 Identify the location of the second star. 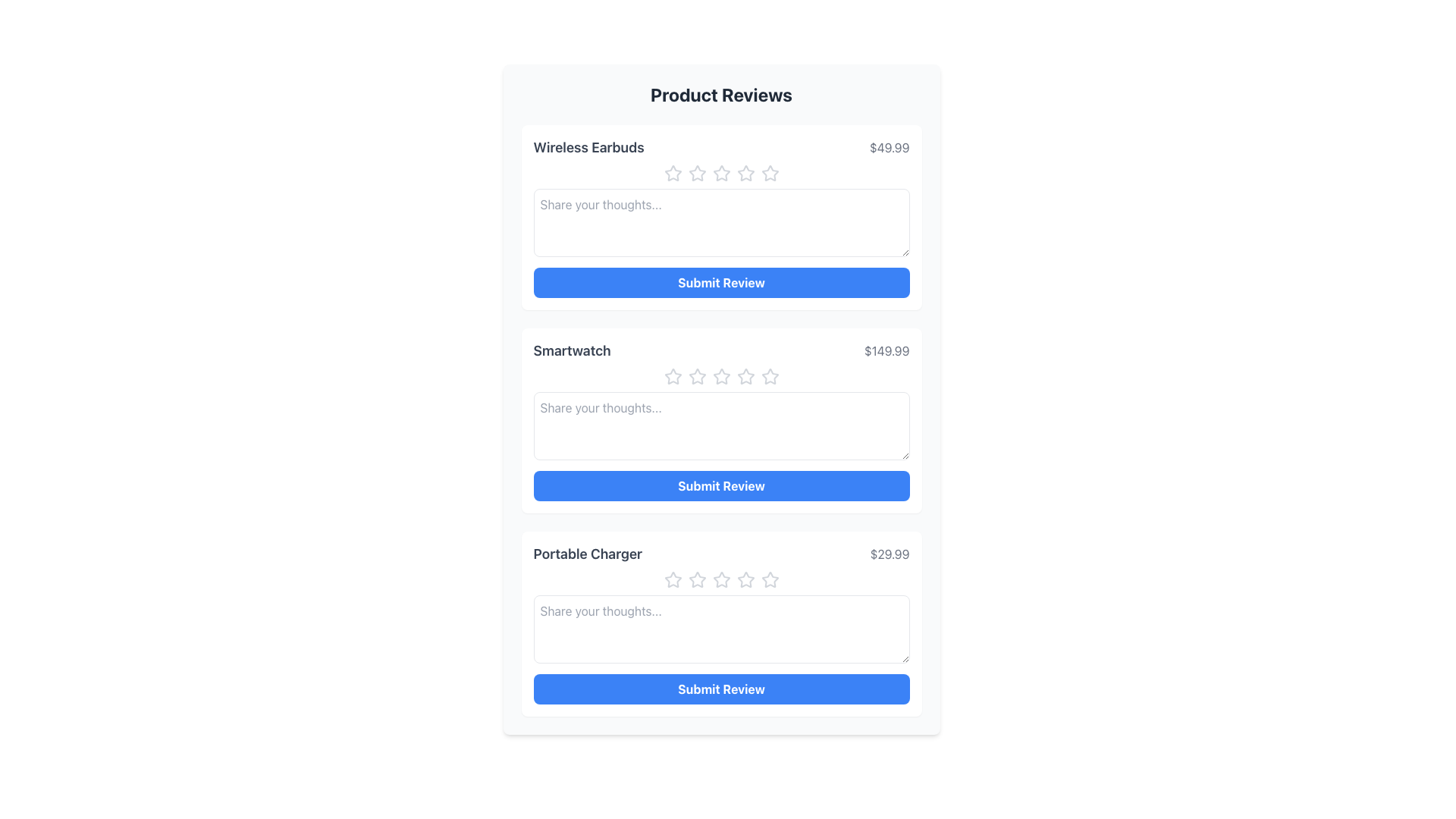
(696, 376).